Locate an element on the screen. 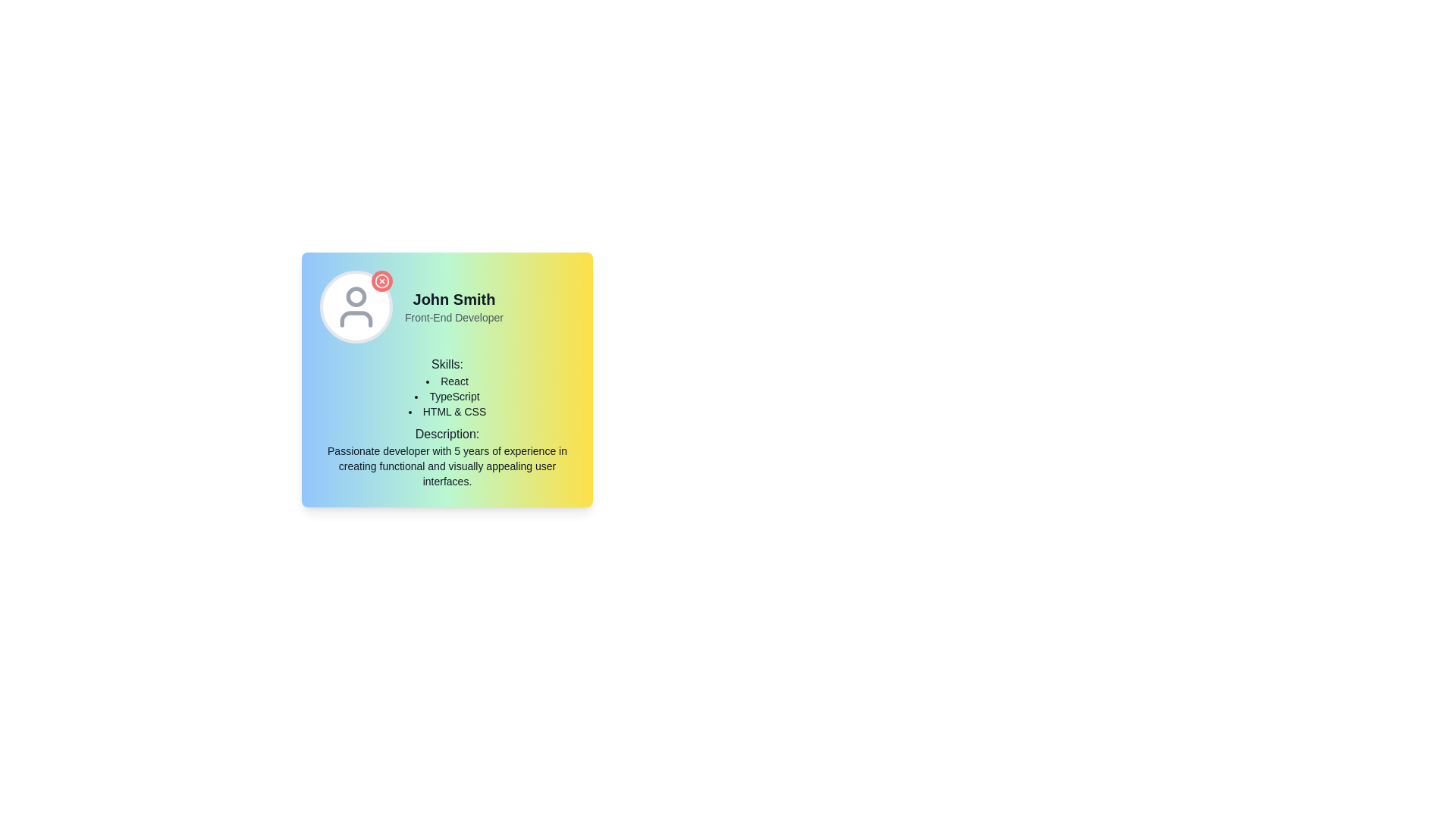 The width and height of the screenshot is (1456, 819). the lower body segment of the user icon graphic, which symbolizes the user's profile visually is located at coordinates (356, 318).